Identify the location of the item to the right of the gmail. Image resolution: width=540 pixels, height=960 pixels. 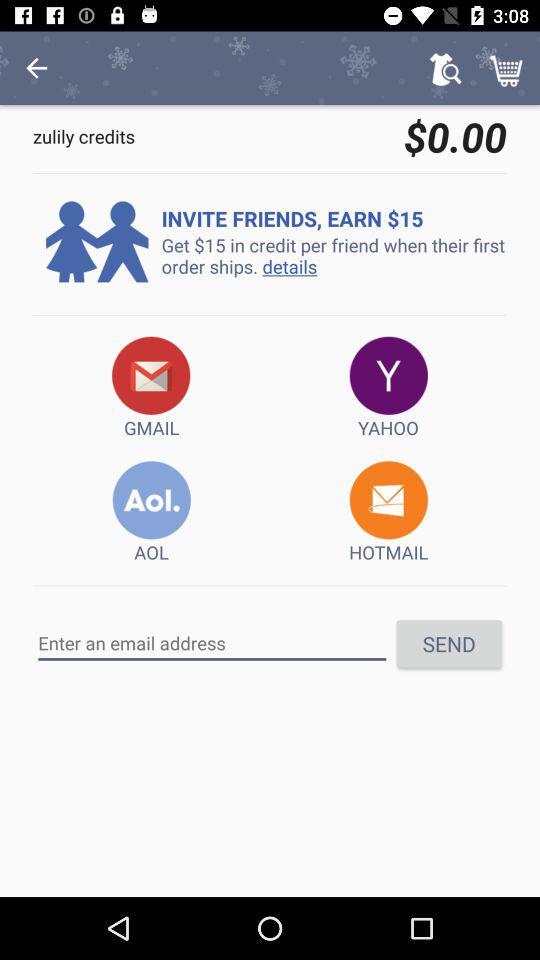
(388, 387).